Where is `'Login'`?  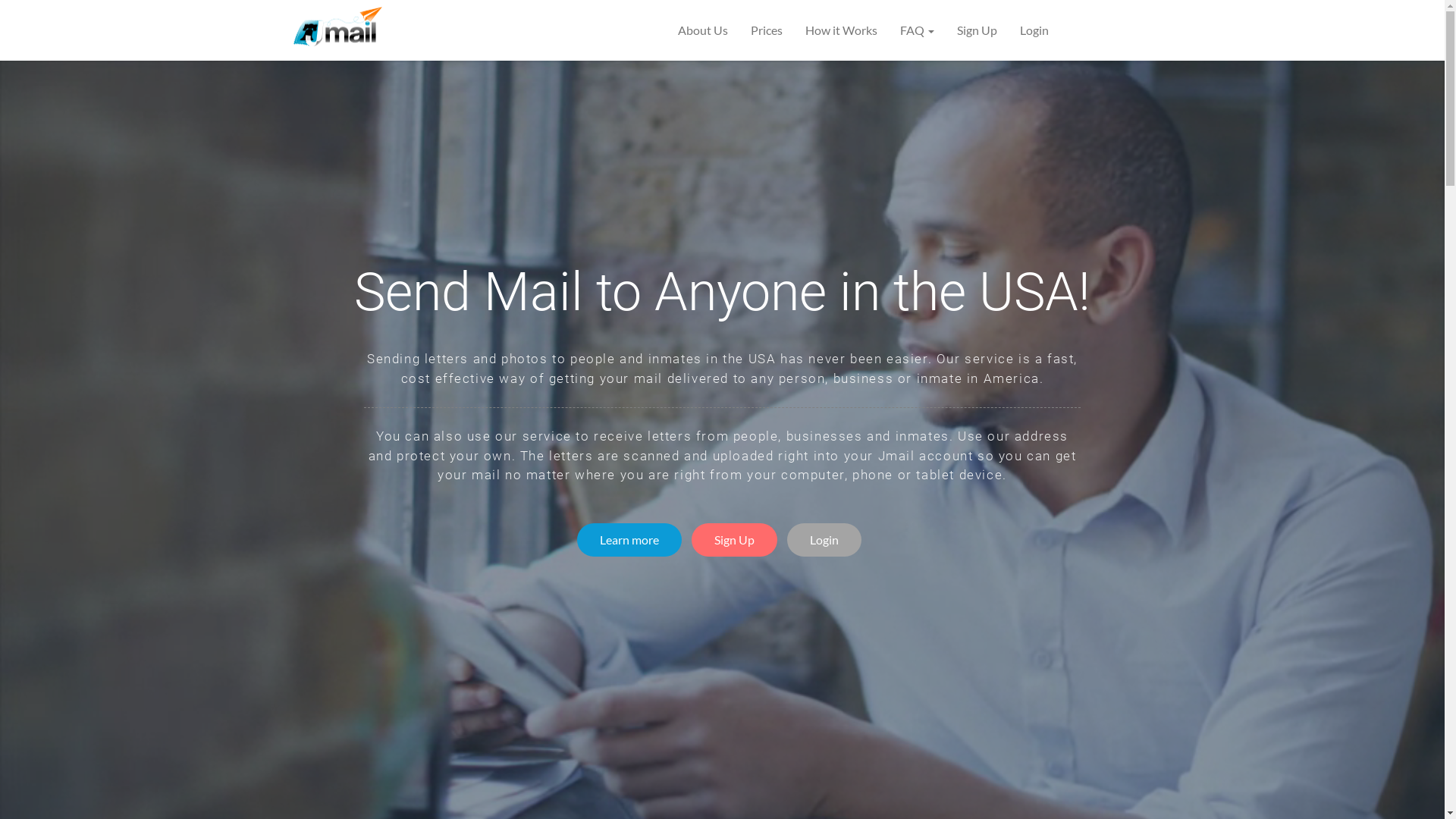
'Login' is located at coordinates (823, 539).